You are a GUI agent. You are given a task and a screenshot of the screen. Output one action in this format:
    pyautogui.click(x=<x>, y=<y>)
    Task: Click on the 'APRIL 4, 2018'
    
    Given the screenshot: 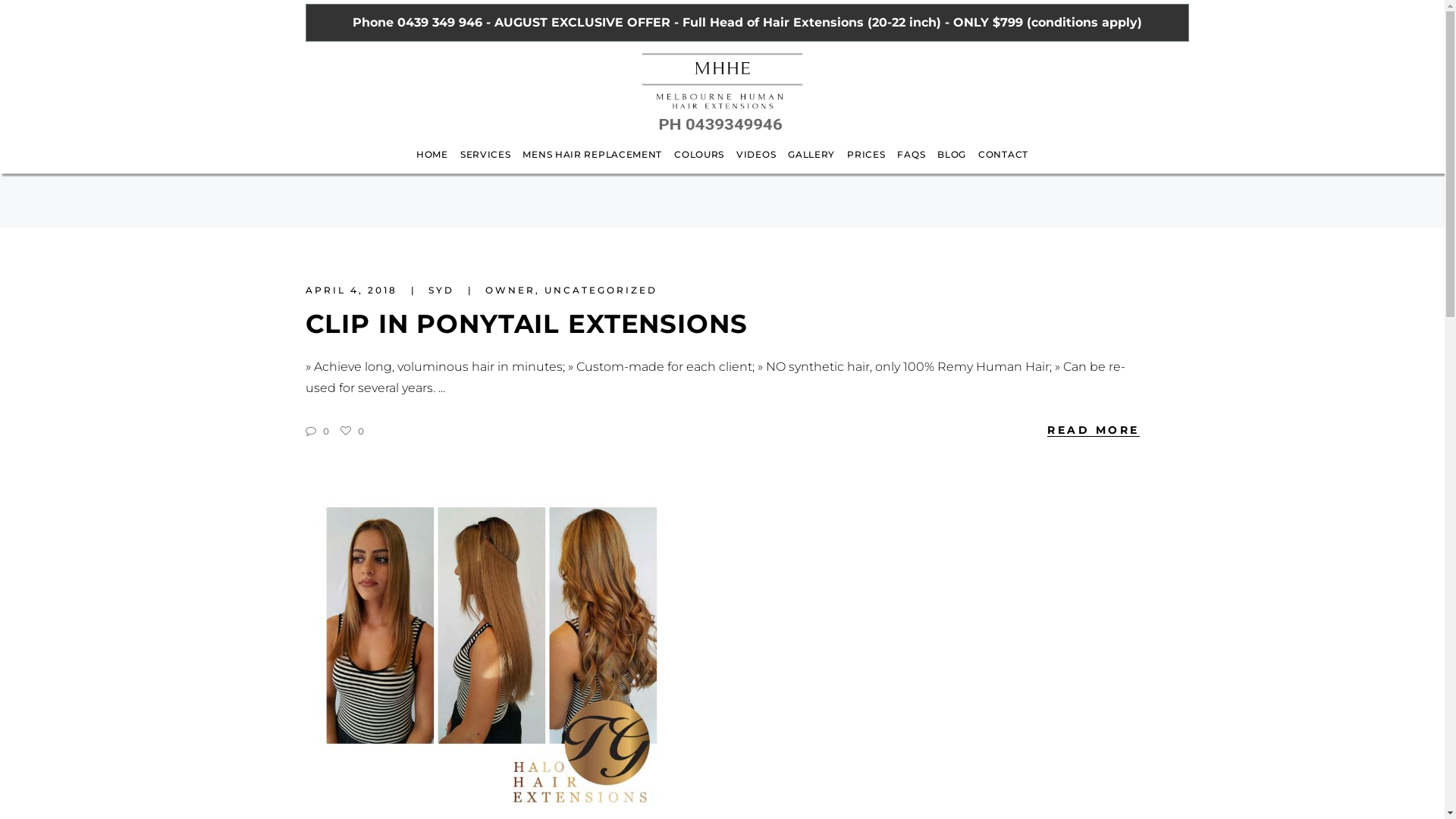 What is the action you would take?
    pyautogui.click(x=352, y=290)
    